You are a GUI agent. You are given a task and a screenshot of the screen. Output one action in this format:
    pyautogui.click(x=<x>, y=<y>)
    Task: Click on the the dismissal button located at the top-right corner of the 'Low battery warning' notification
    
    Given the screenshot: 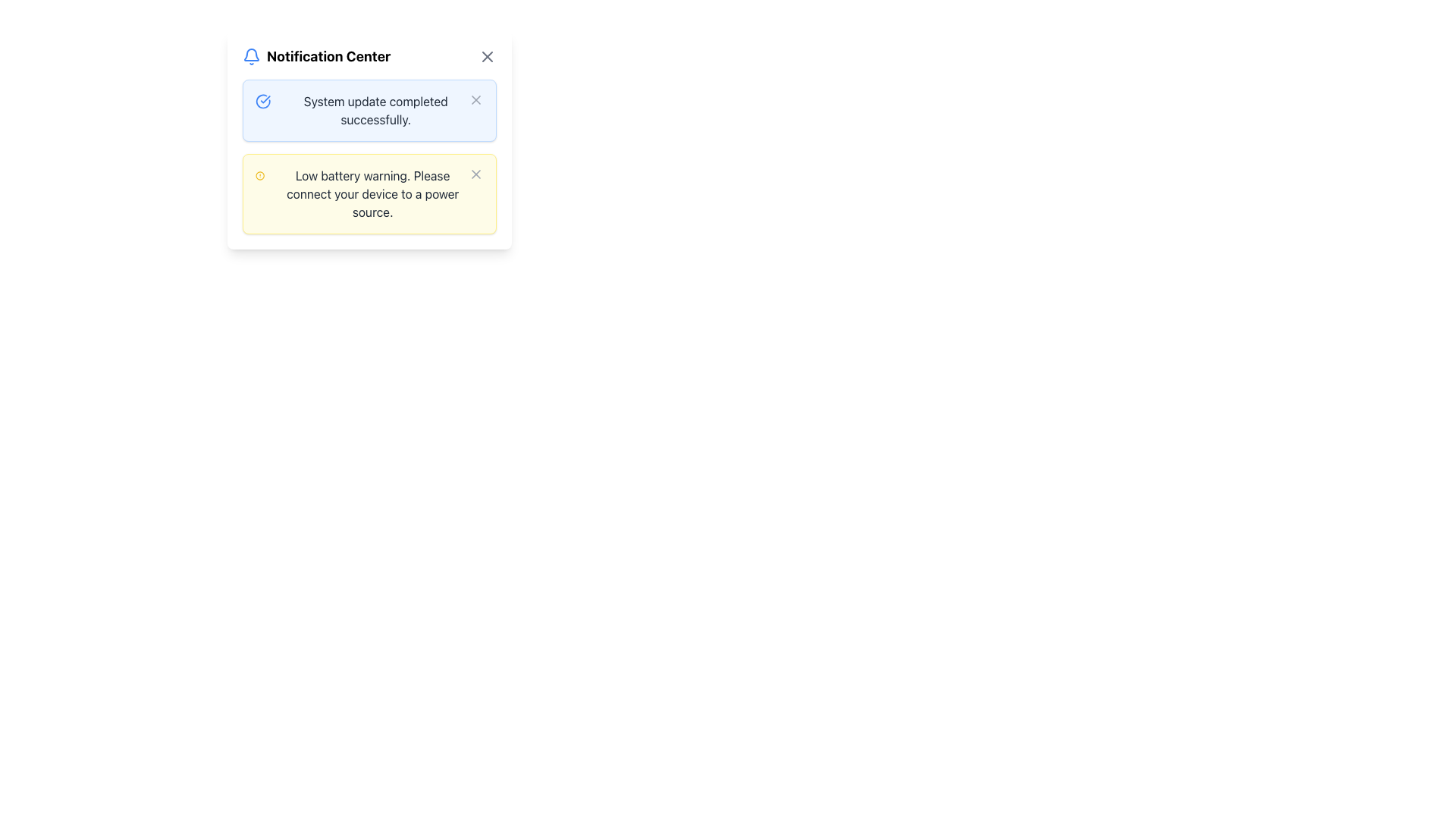 What is the action you would take?
    pyautogui.click(x=475, y=174)
    